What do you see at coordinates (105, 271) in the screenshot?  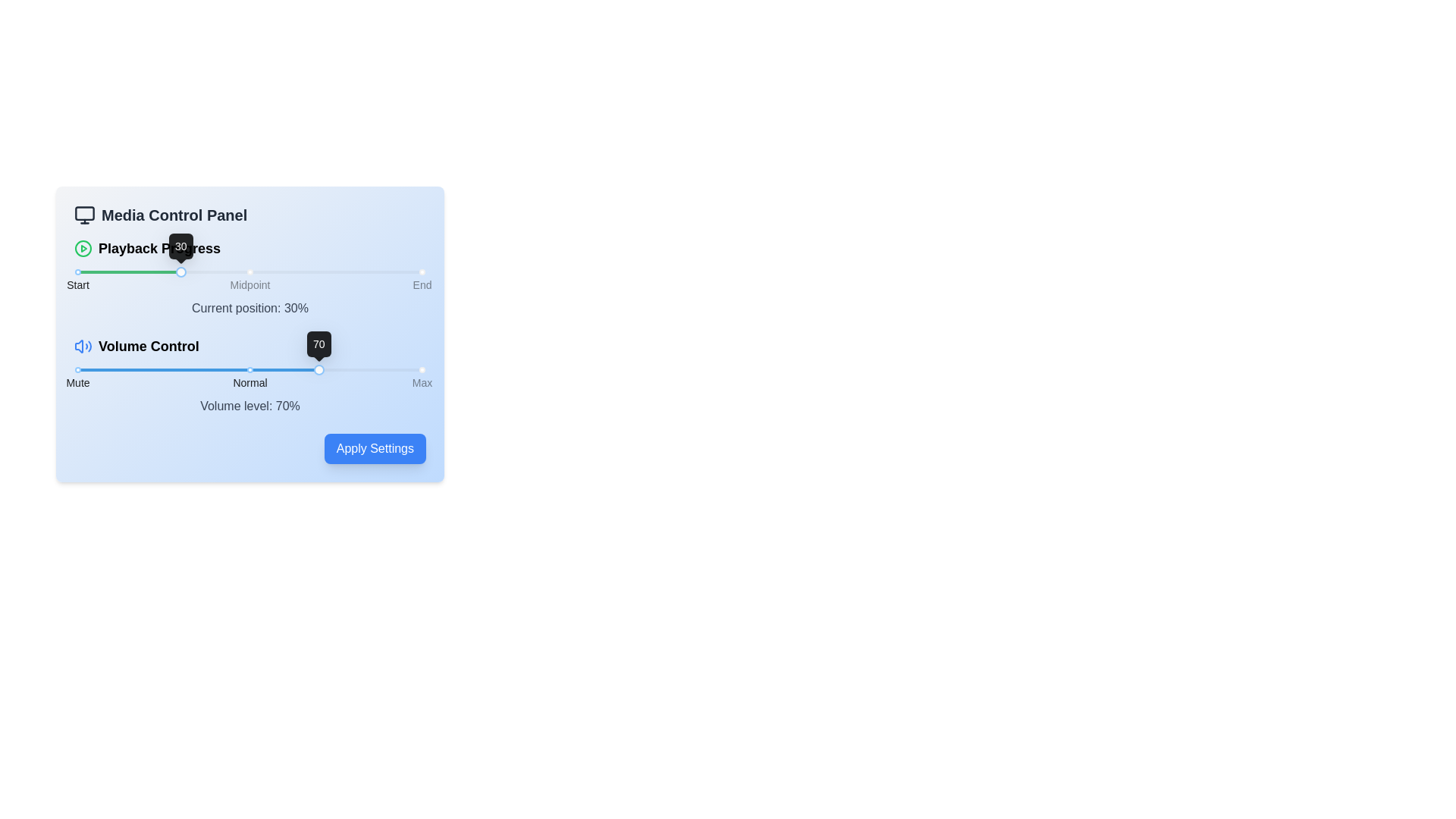 I see `playback progress` at bounding box center [105, 271].